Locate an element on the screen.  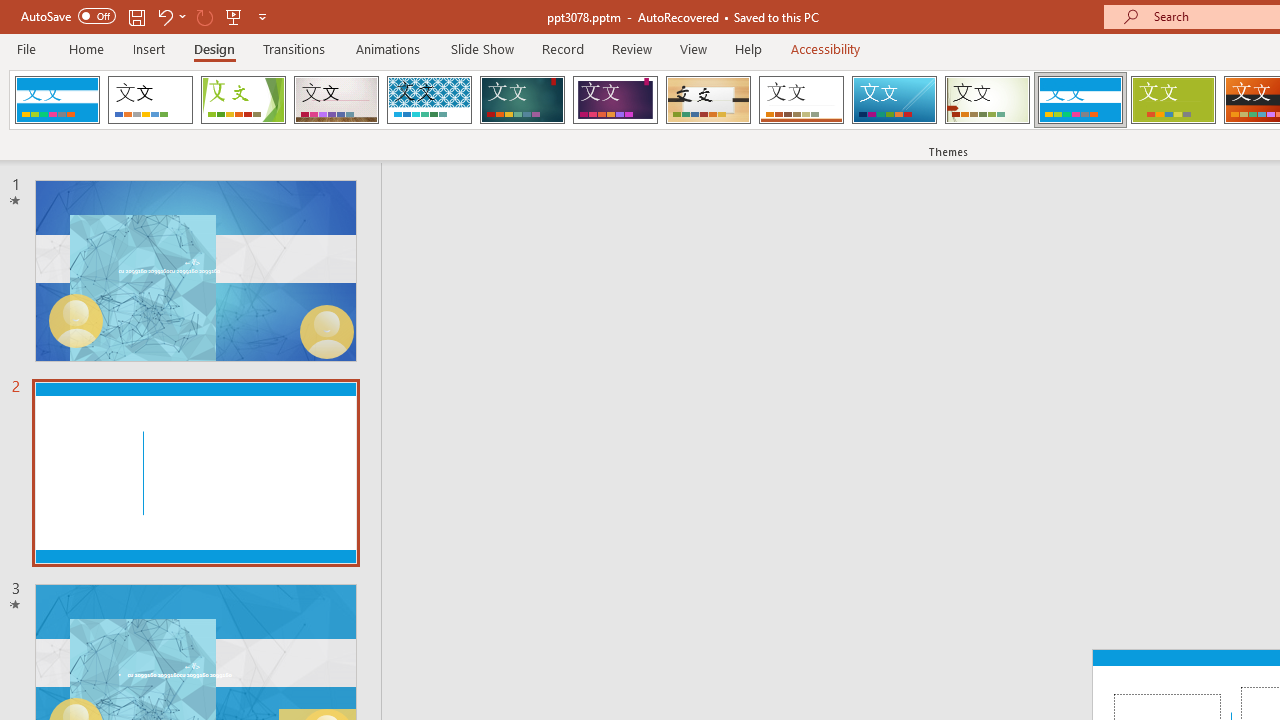
'Banded' is located at coordinates (1079, 100).